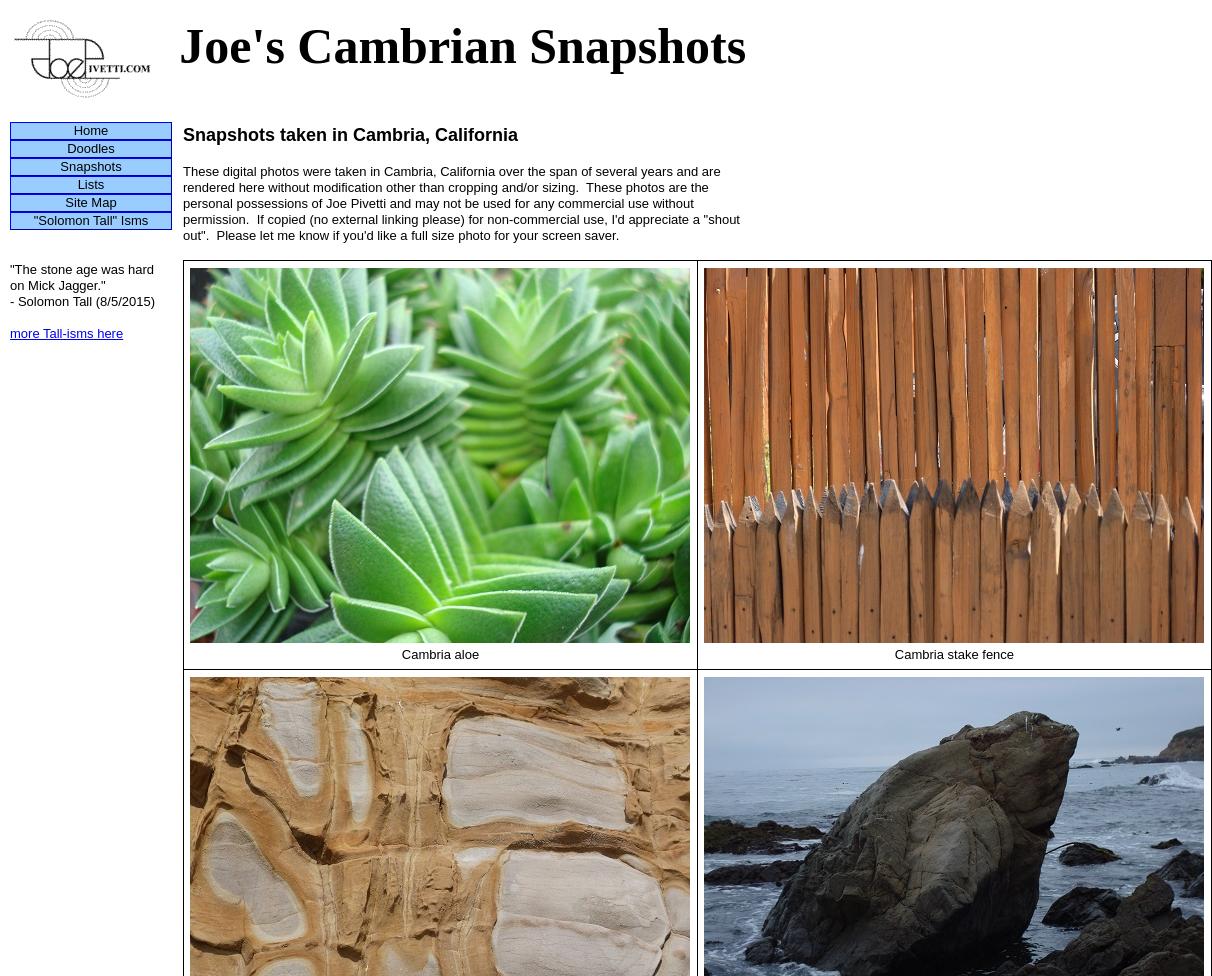 Image resolution: width=1212 pixels, height=976 pixels. I want to click on 'Snapshots', so click(58, 165).